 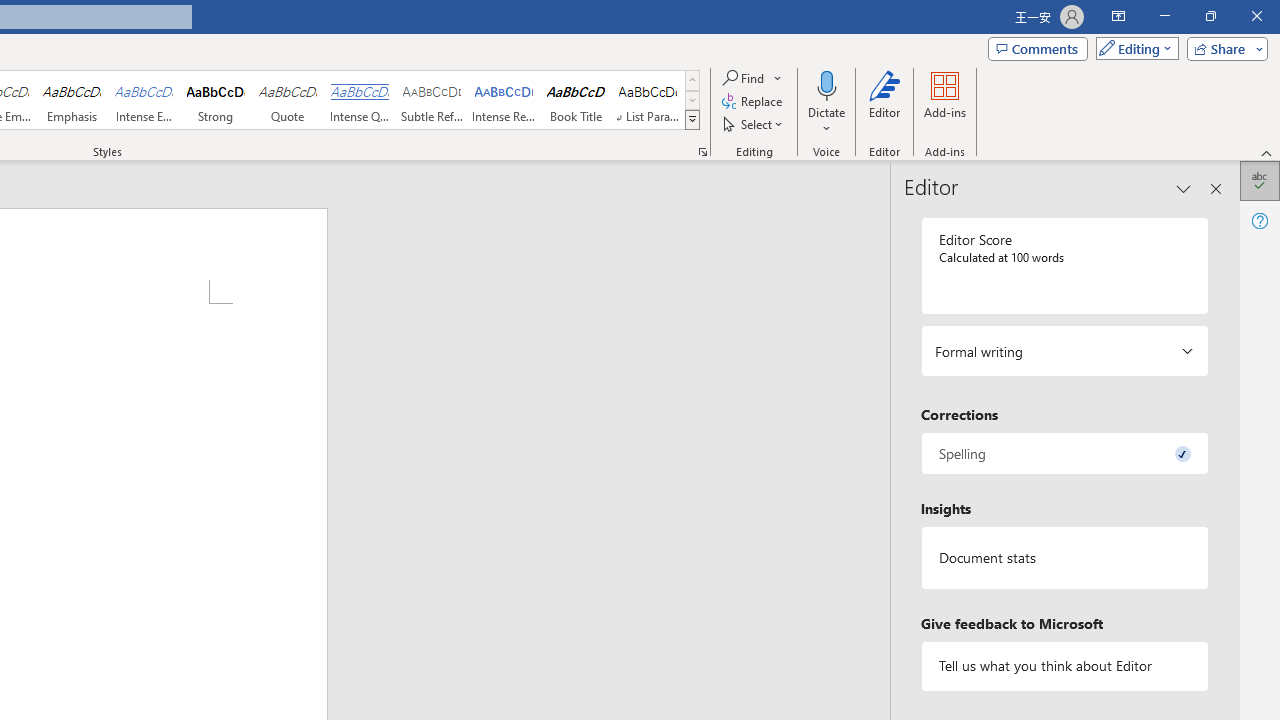 What do you see at coordinates (1215, 189) in the screenshot?
I see `'Close pane'` at bounding box center [1215, 189].